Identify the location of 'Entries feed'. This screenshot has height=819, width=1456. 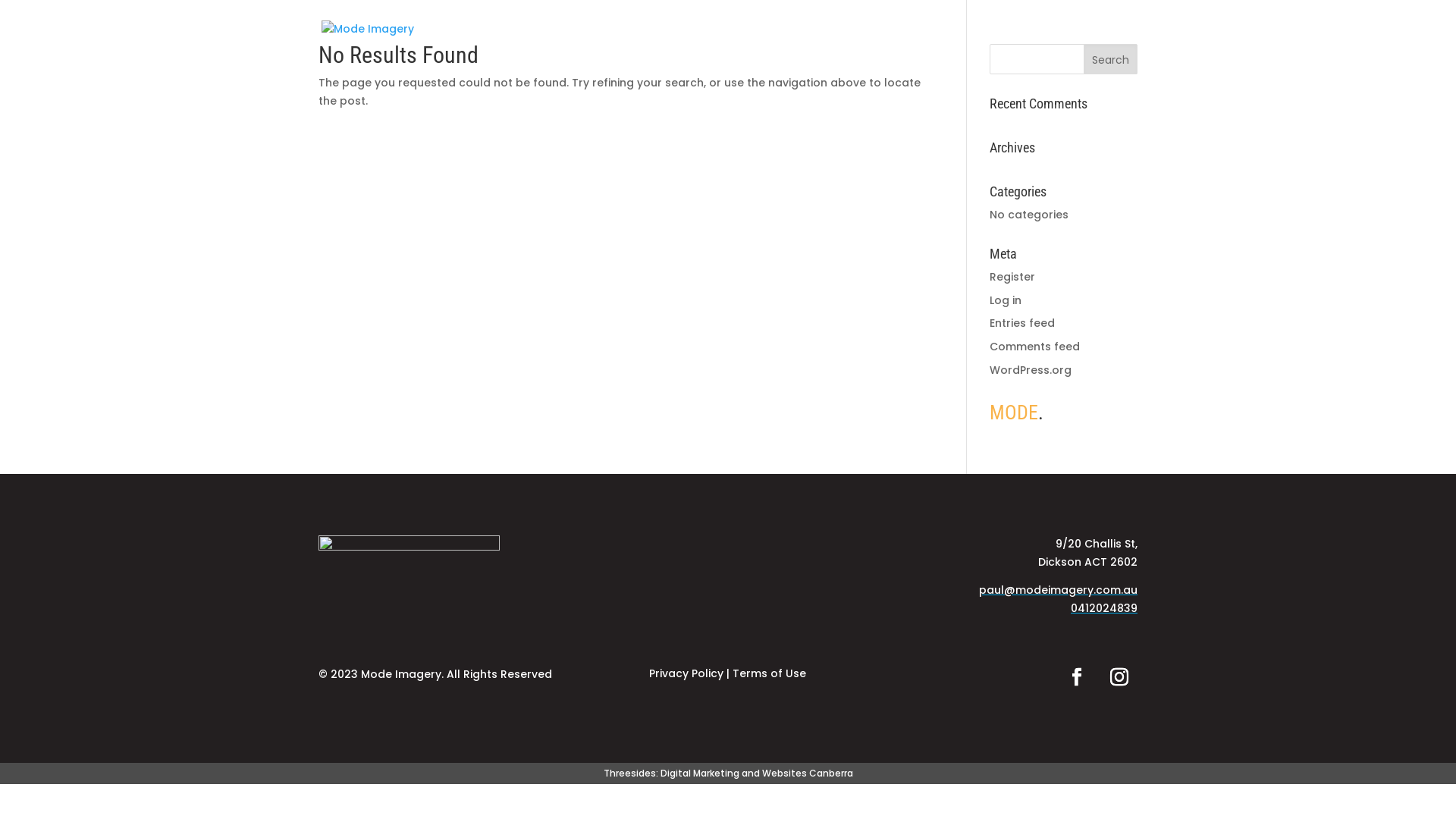
(1022, 322).